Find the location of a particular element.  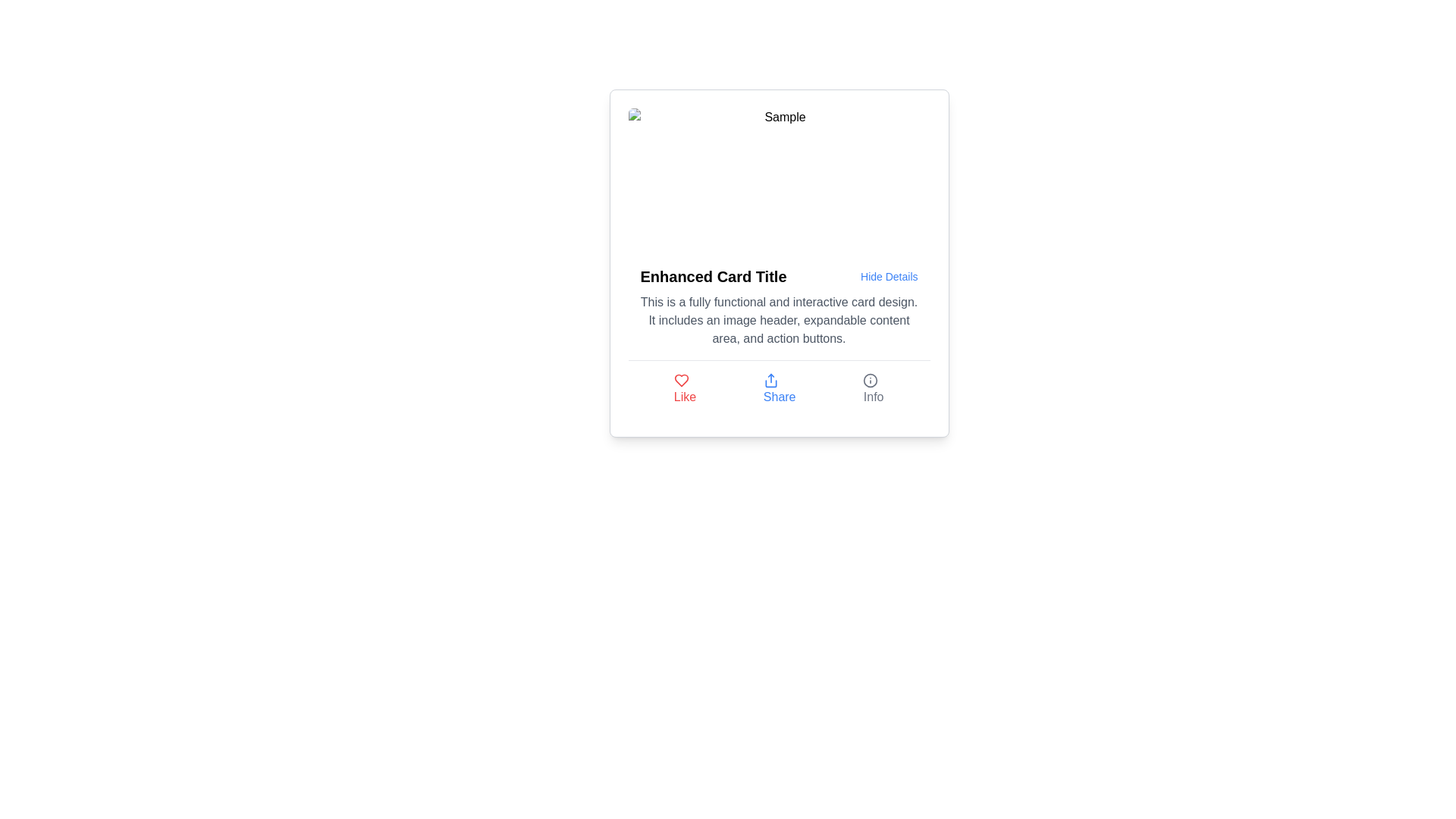

the SVG icon representing the share action, which is located in the middle section of the card's action area is located at coordinates (770, 379).